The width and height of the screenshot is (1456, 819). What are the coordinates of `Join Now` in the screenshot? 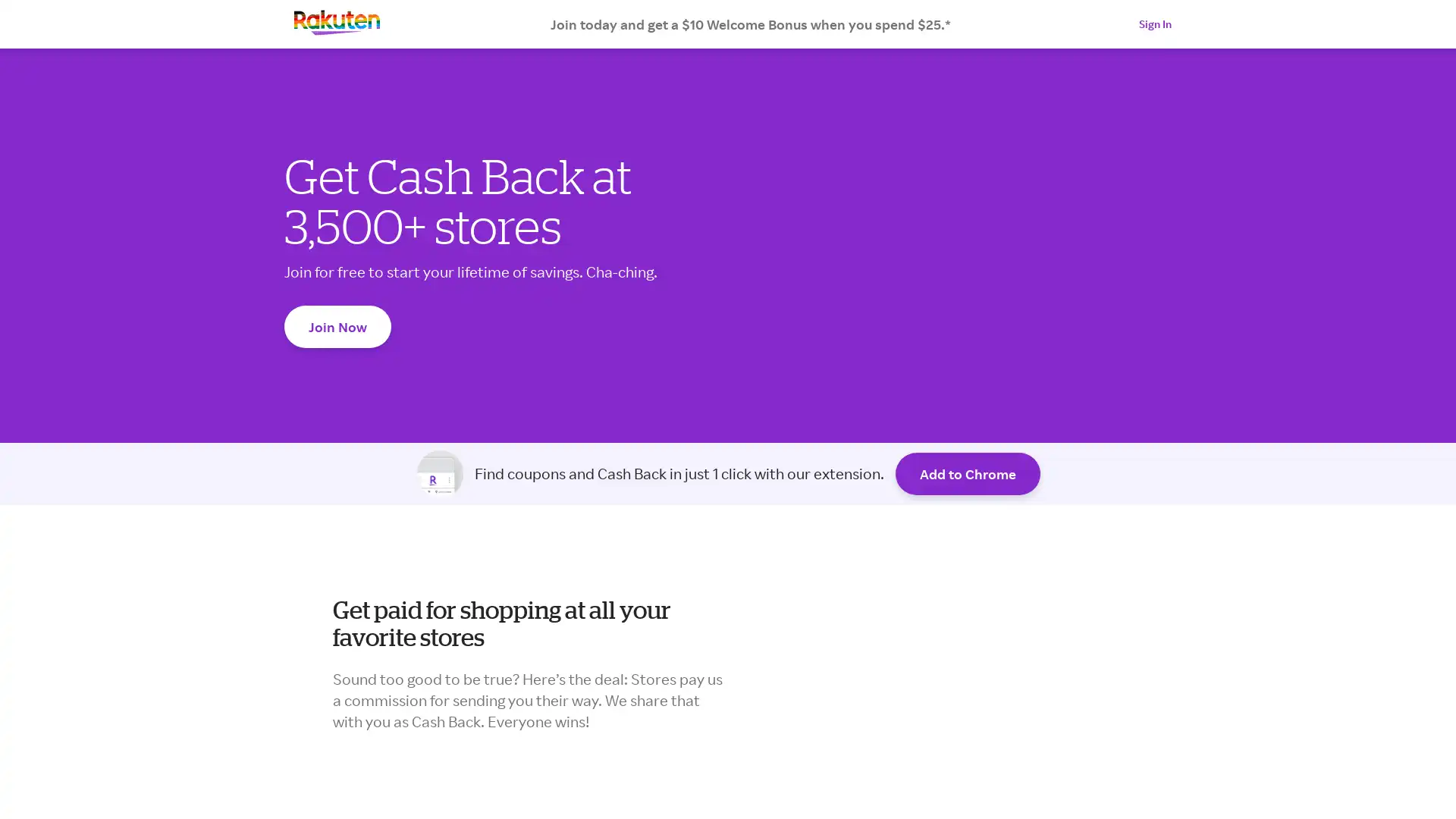 It's located at (337, 326).